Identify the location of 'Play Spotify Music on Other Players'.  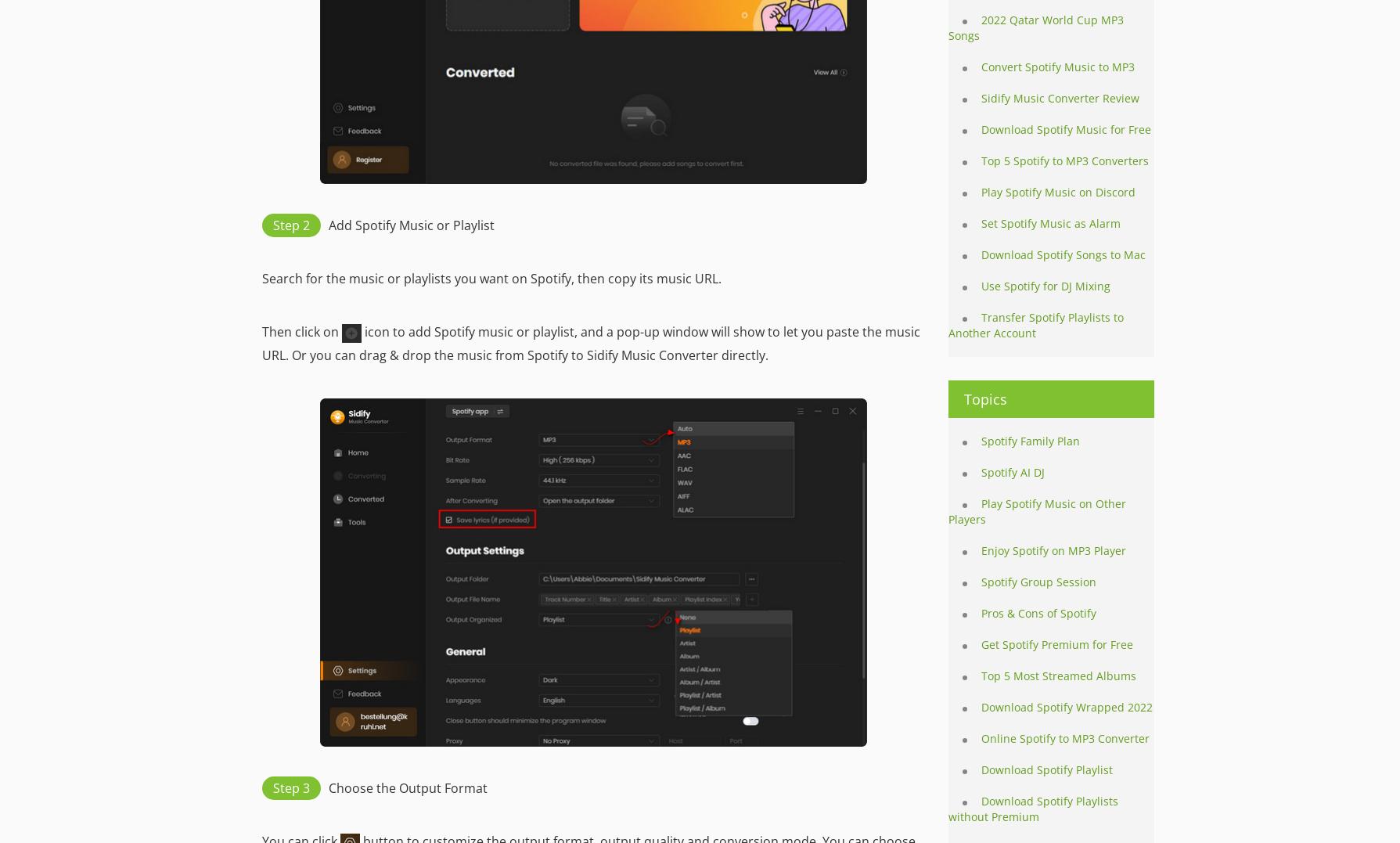
(1037, 511).